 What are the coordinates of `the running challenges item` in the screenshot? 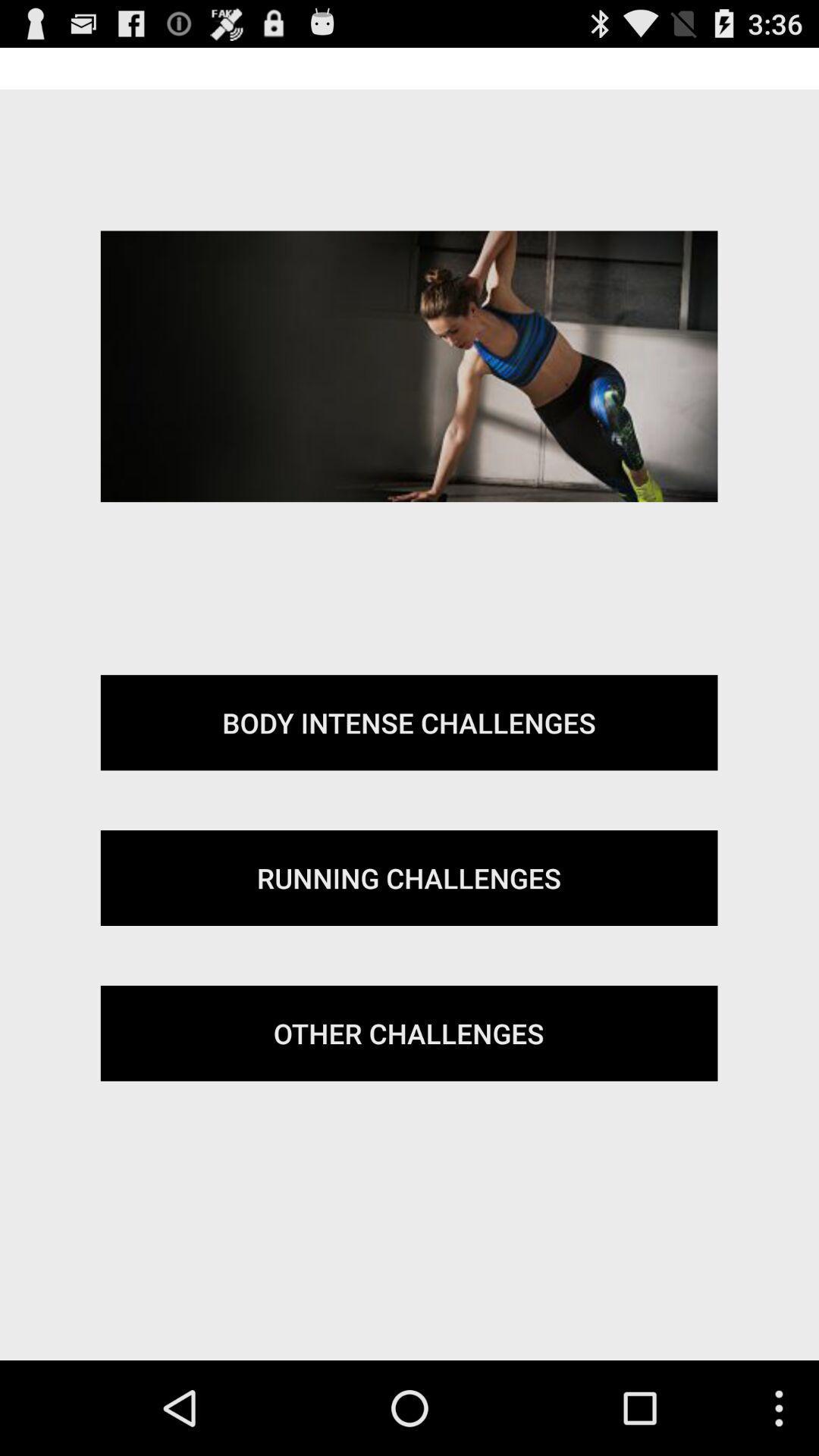 It's located at (408, 877).